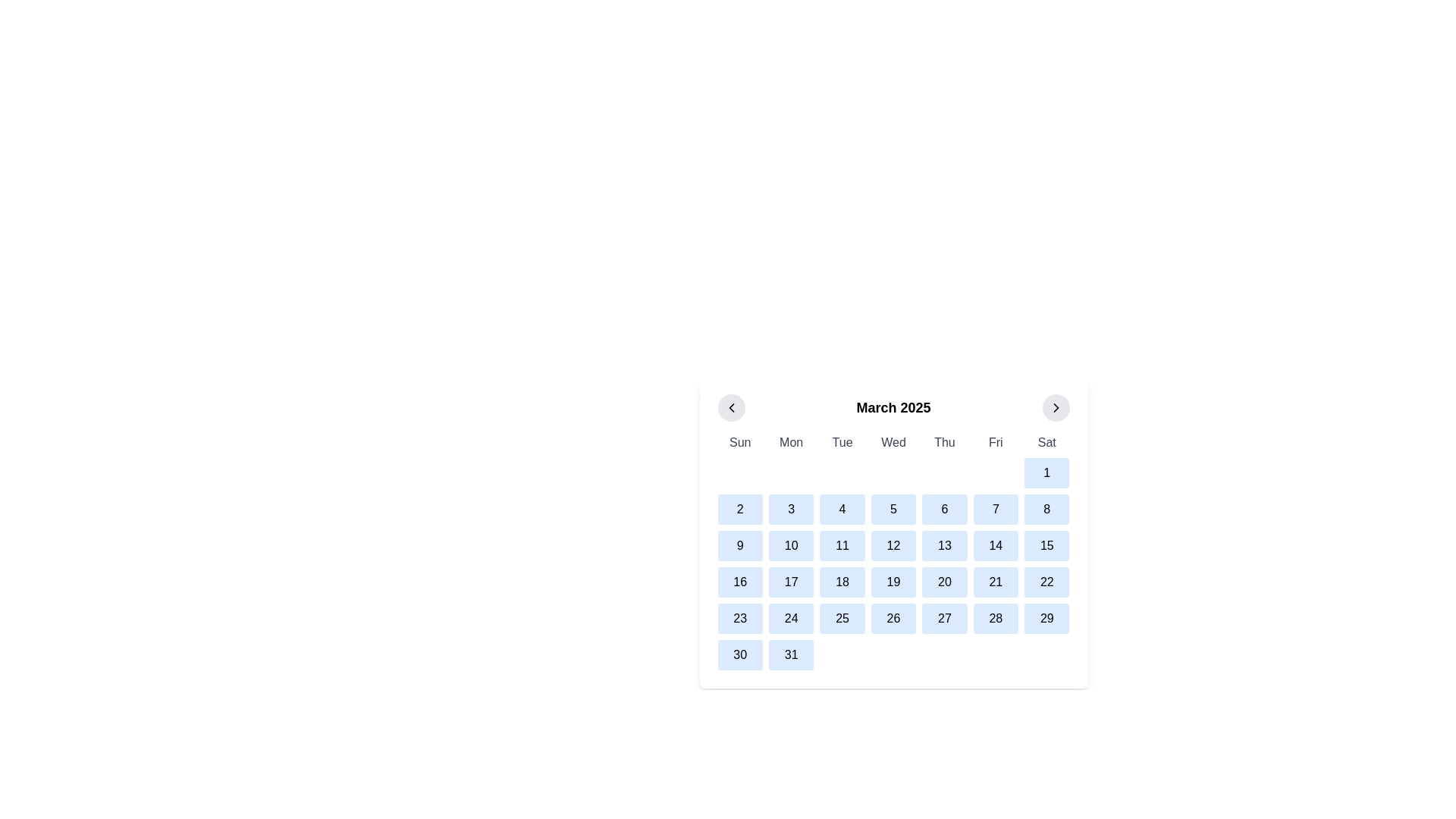 Image resolution: width=1456 pixels, height=819 pixels. Describe the element at coordinates (996, 509) in the screenshot. I see `the rectangular button with rounded edges, filled with light blue color, containing the number '7', which is located in the second row and seventh column of the visible calendar under 'Fri'` at that location.